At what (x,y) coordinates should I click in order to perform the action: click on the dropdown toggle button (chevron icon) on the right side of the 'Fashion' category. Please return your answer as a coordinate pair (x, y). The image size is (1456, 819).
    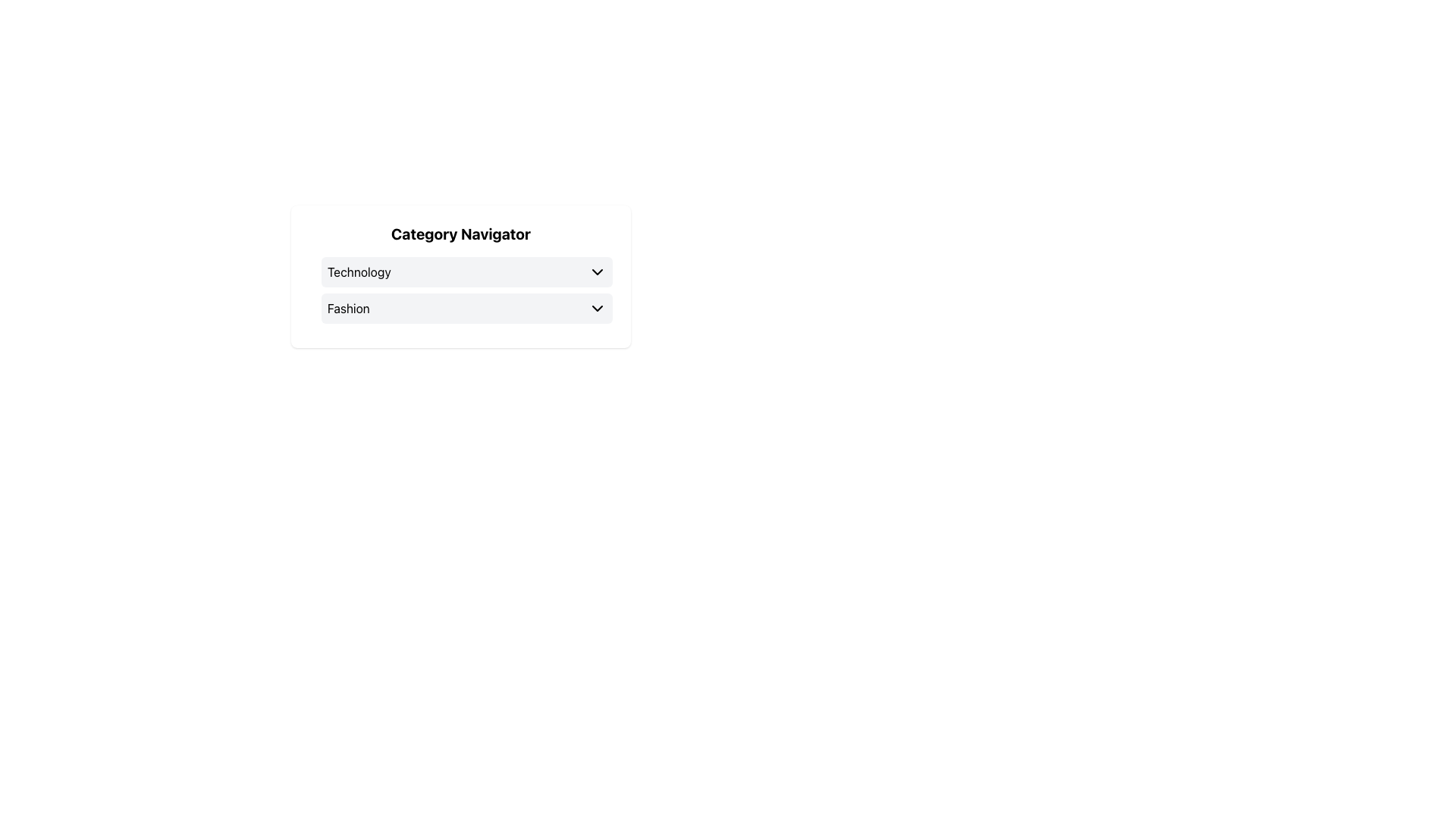
    Looking at the image, I should click on (596, 308).